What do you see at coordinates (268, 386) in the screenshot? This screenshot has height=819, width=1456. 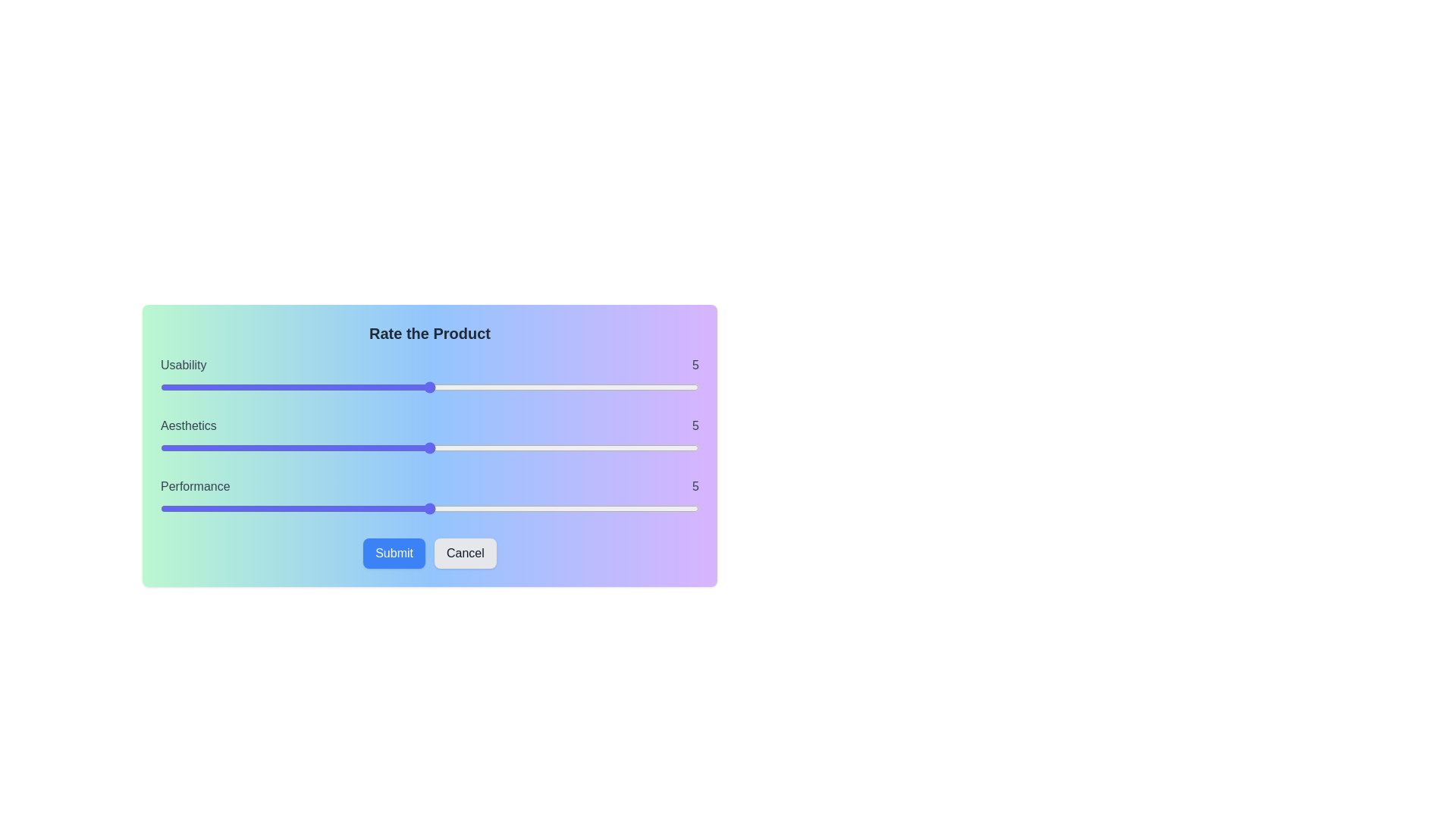 I see `the slider to set the usability rating to 2` at bounding box center [268, 386].